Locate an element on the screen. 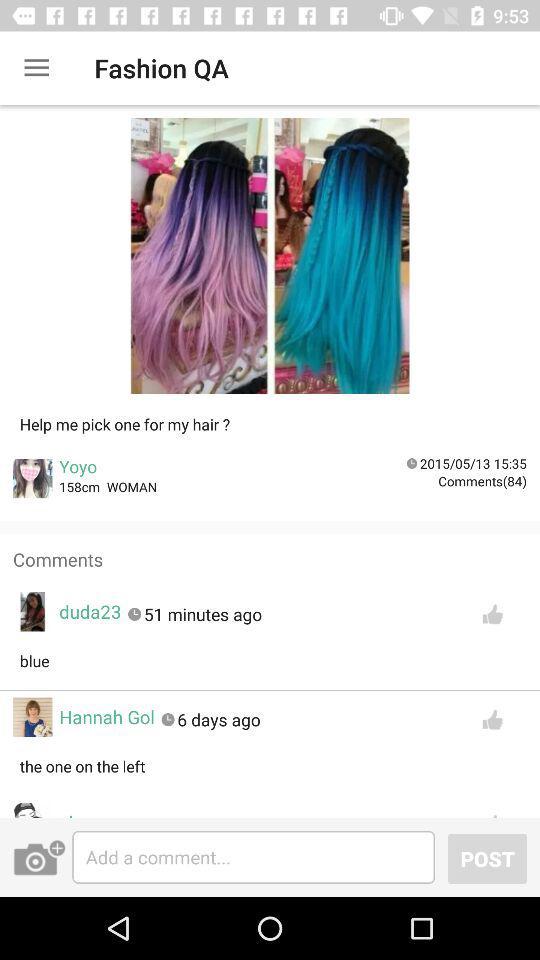  like comment is located at coordinates (491, 719).